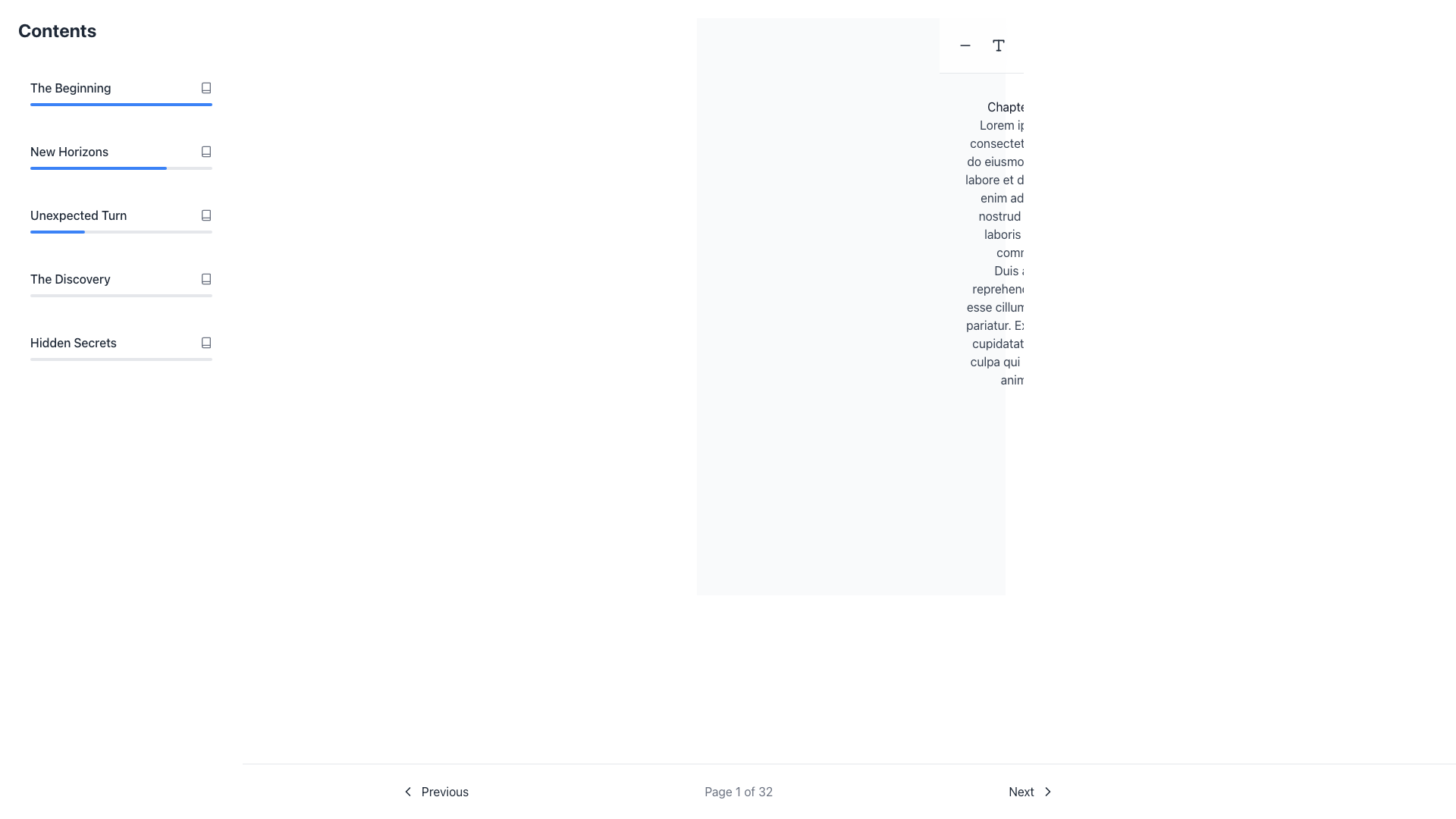 This screenshot has width=1456, height=819. Describe the element at coordinates (998, 45) in the screenshot. I see `the middle text or typography-related icon located between the minus icon and the plus icon at the top-center part of the interface` at that location.